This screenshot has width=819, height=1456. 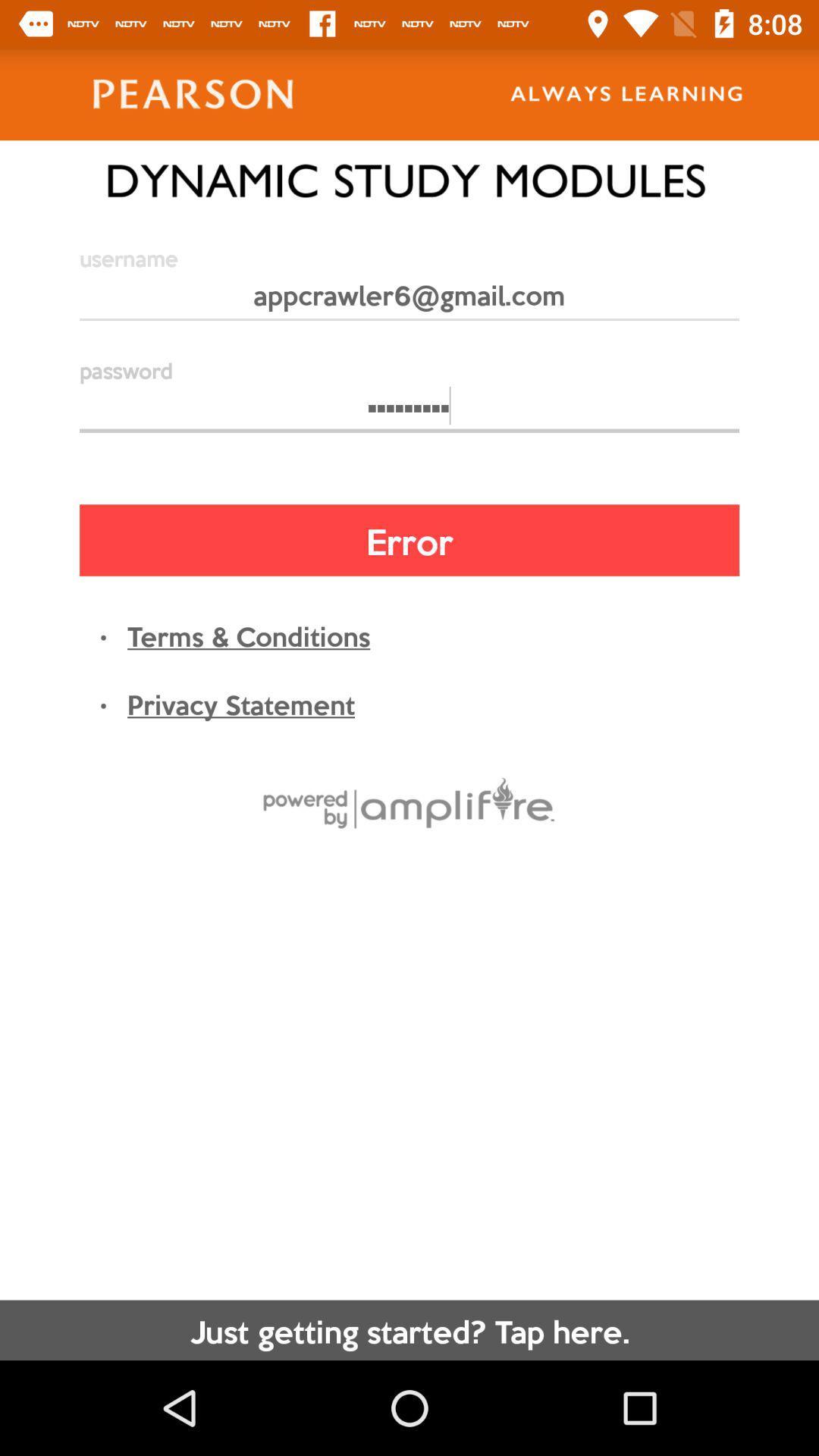 I want to click on the item below crowd3116 item, so click(x=409, y=540).